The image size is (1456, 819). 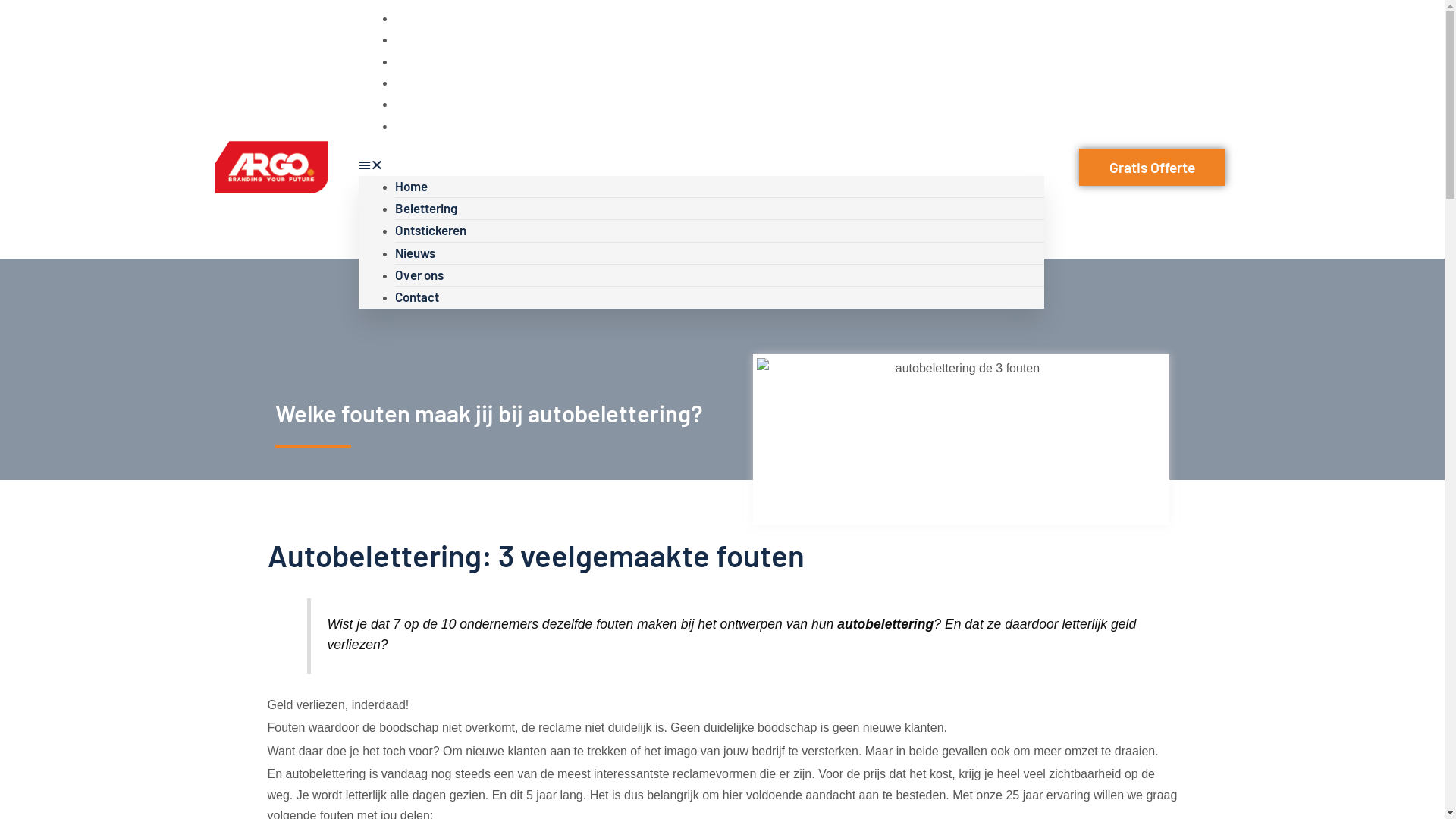 What do you see at coordinates (428, 230) in the screenshot?
I see `'Ontstickeren'` at bounding box center [428, 230].